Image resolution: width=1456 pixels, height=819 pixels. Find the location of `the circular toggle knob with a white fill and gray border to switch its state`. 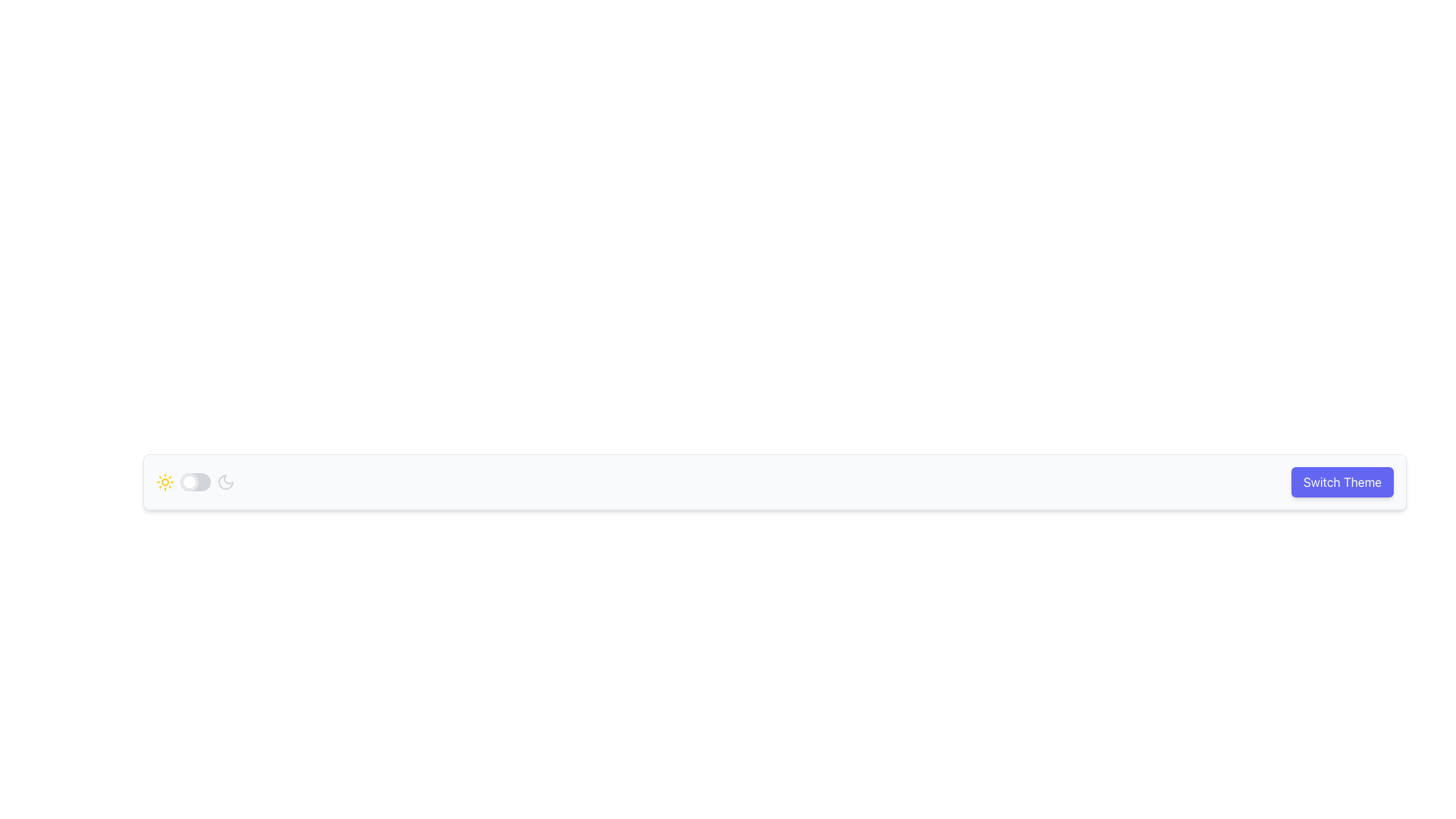

the circular toggle knob with a white fill and gray border to switch its state is located at coordinates (188, 482).